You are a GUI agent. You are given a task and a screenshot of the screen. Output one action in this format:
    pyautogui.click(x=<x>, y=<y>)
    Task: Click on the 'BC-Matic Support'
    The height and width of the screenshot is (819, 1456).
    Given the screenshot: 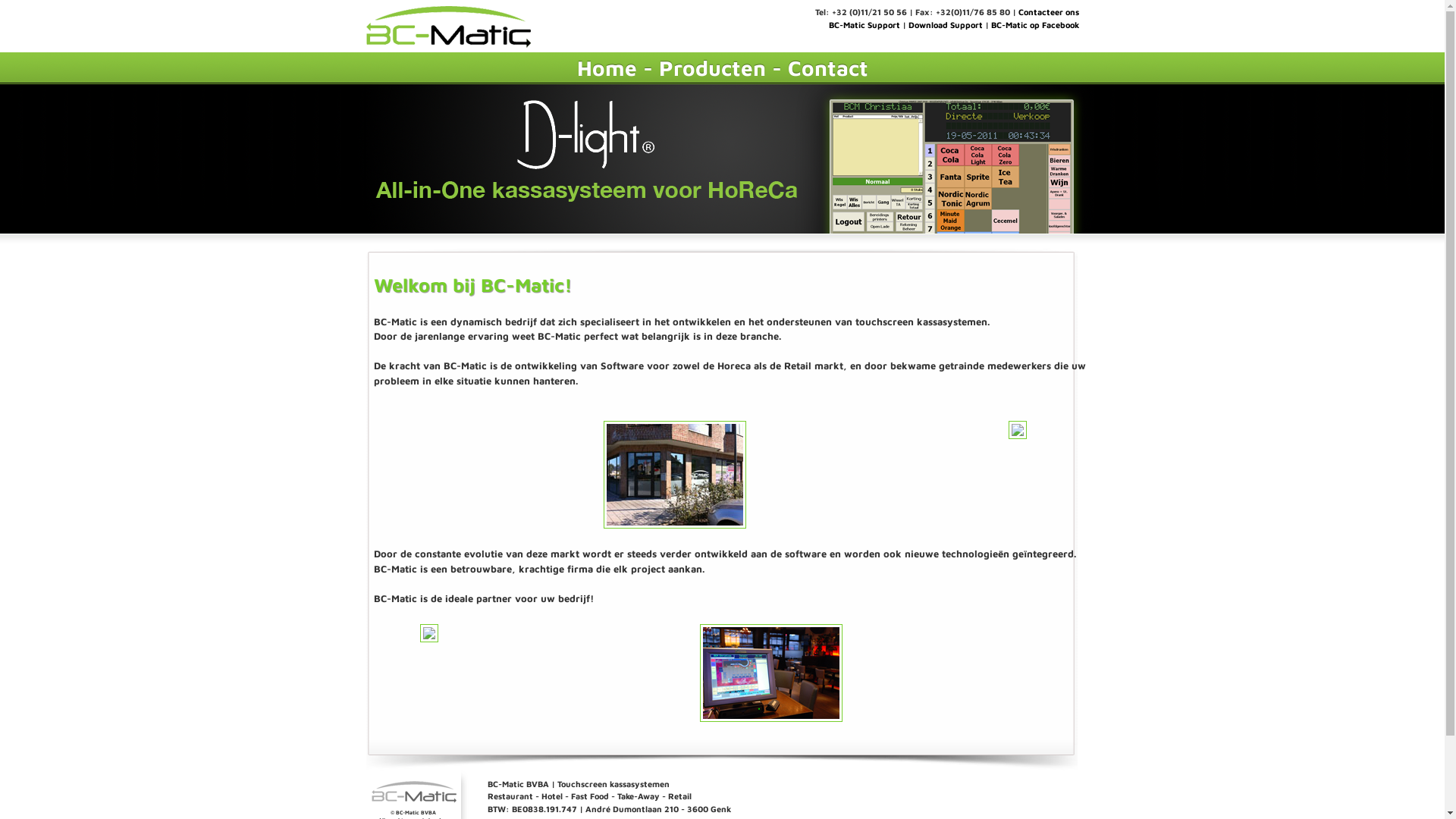 What is the action you would take?
    pyautogui.click(x=827, y=24)
    